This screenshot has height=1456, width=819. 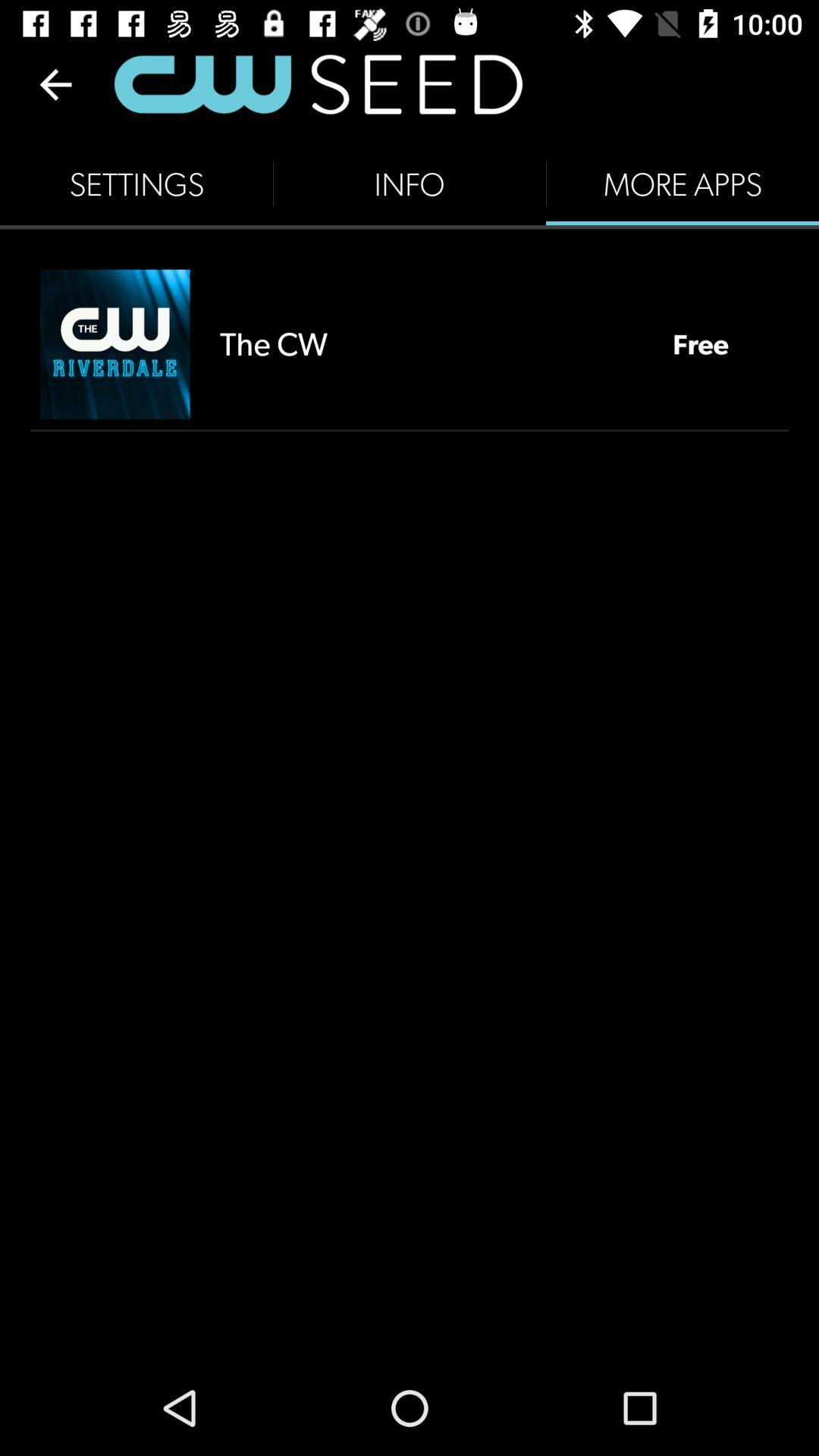 I want to click on the free item, so click(x=701, y=343).